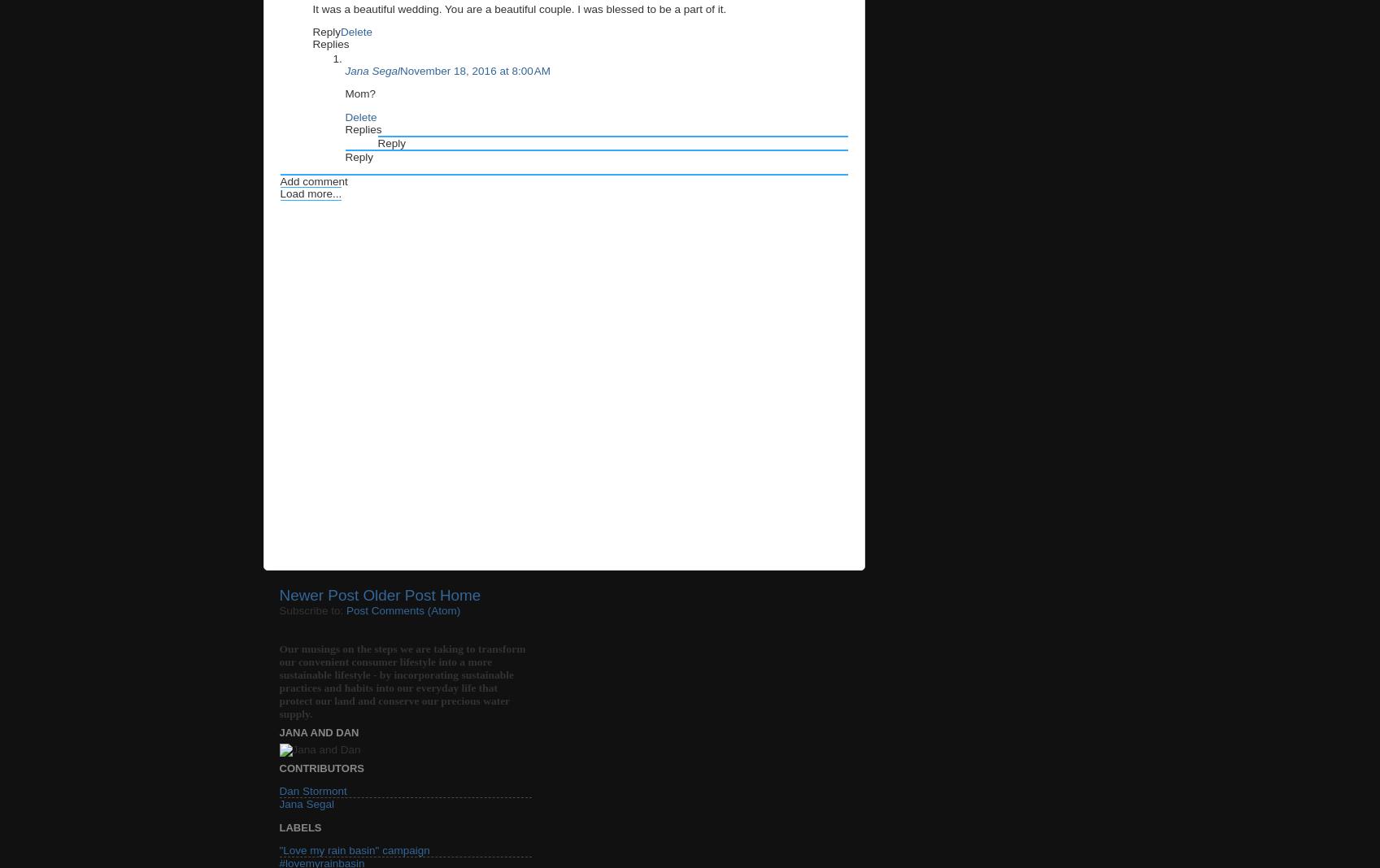 The image size is (1380, 868). I want to click on 'Labels', so click(299, 827).